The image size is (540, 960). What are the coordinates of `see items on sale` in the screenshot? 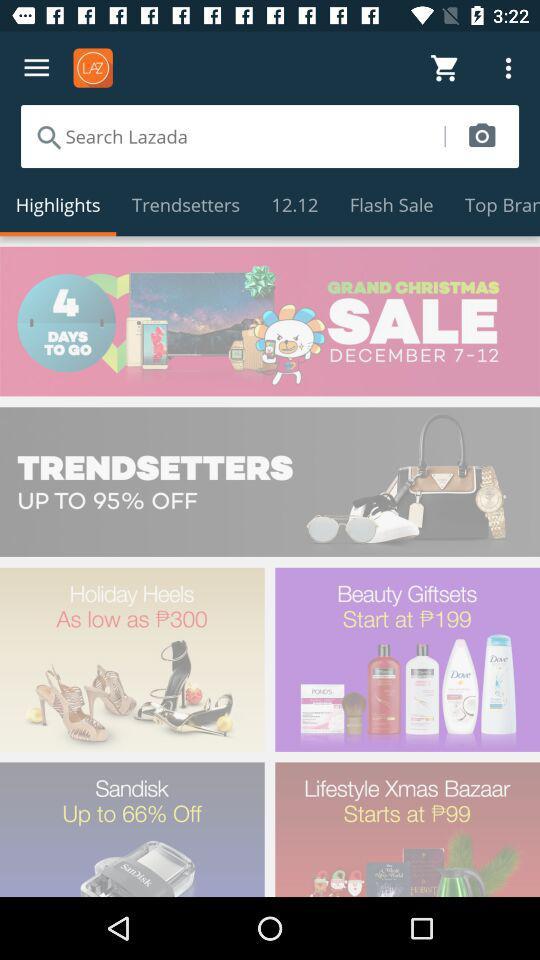 It's located at (270, 321).